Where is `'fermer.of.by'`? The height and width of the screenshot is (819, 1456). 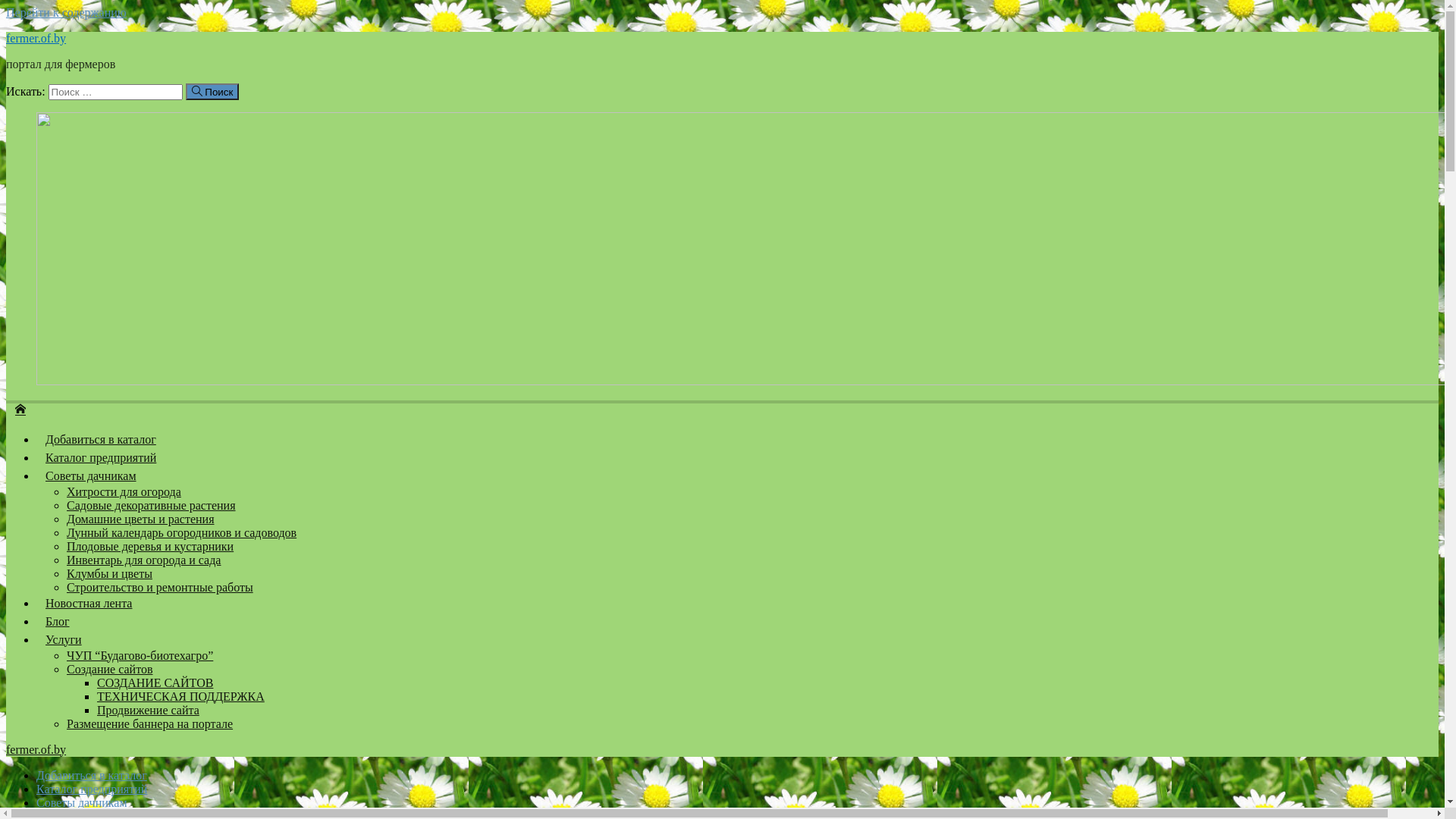 'fermer.of.by' is located at coordinates (36, 37).